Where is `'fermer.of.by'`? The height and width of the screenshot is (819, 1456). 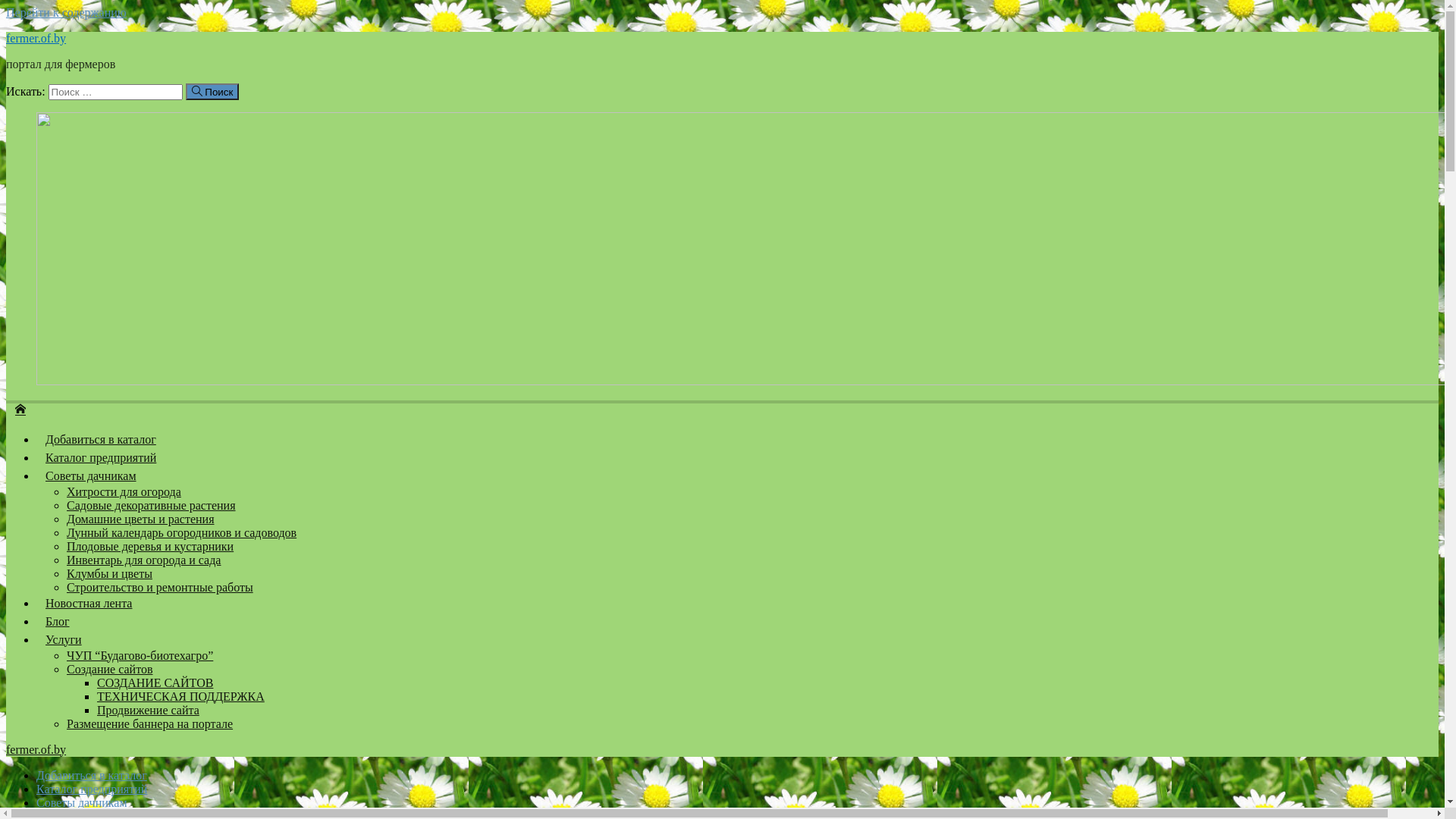 'fermer.of.by' is located at coordinates (36, 37).